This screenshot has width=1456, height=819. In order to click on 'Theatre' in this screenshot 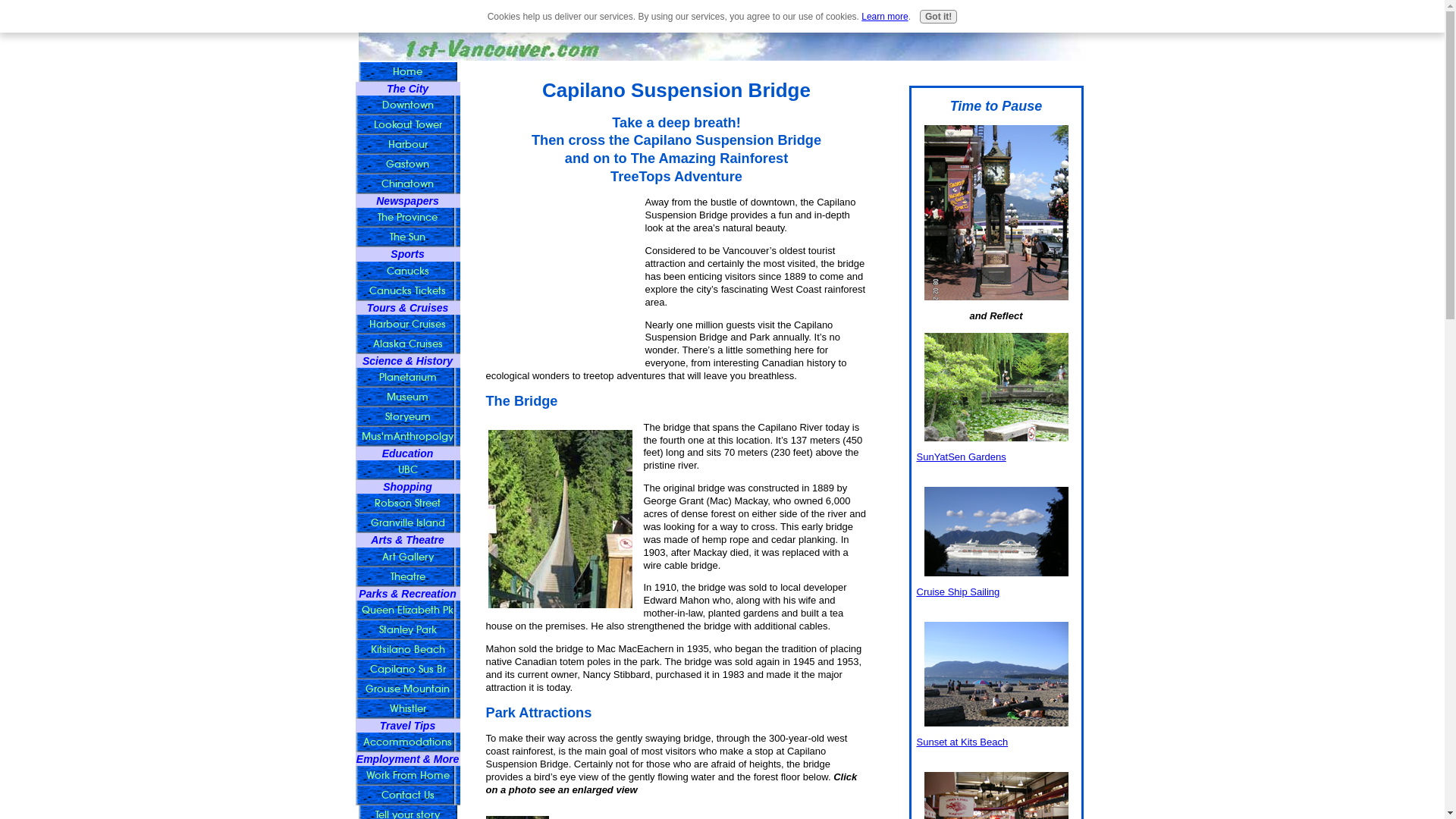, I will do `click(407, 576)`.